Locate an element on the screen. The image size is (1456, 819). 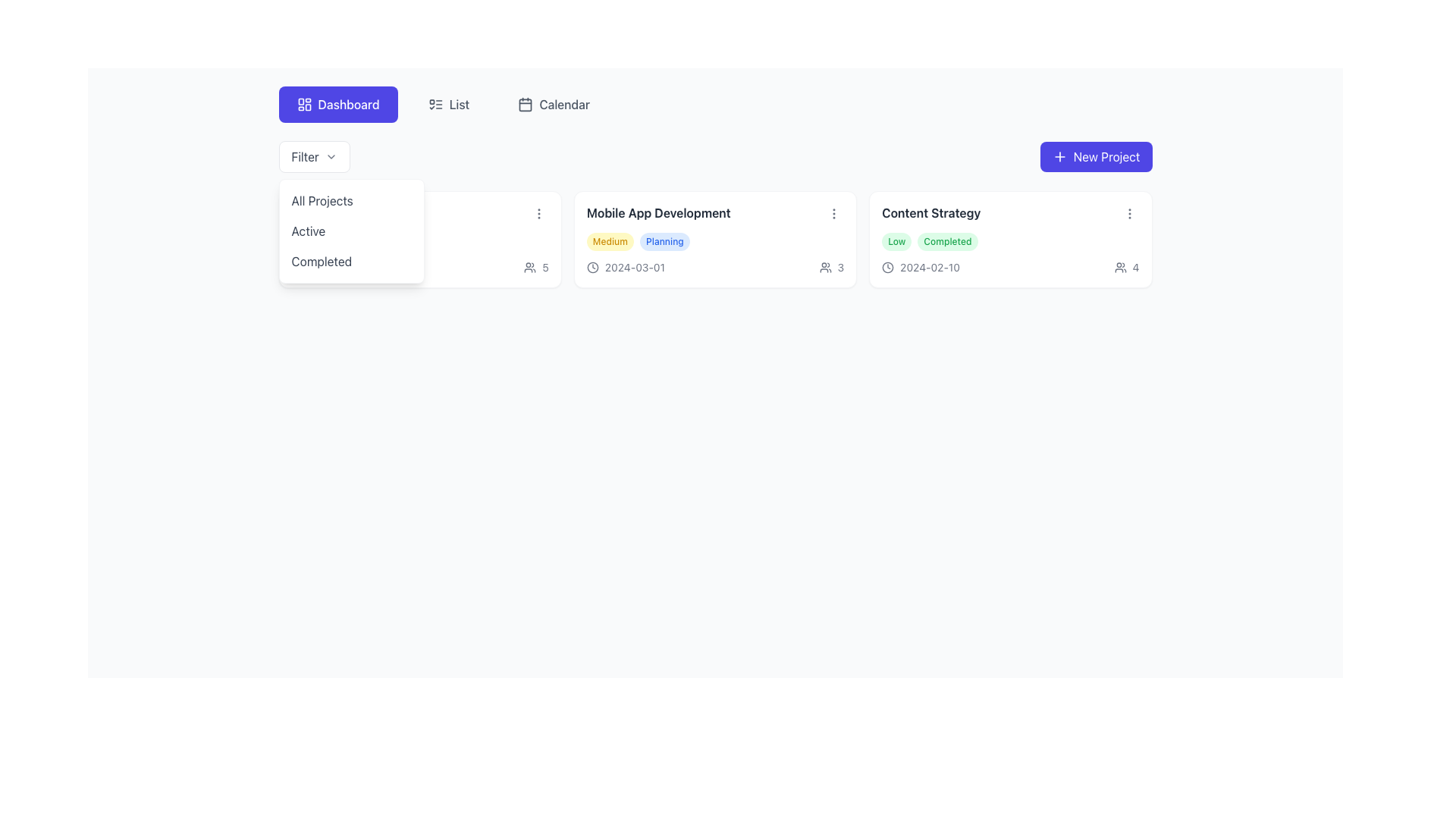
the 'Dashboard' button is located at coordinates (337, 104).